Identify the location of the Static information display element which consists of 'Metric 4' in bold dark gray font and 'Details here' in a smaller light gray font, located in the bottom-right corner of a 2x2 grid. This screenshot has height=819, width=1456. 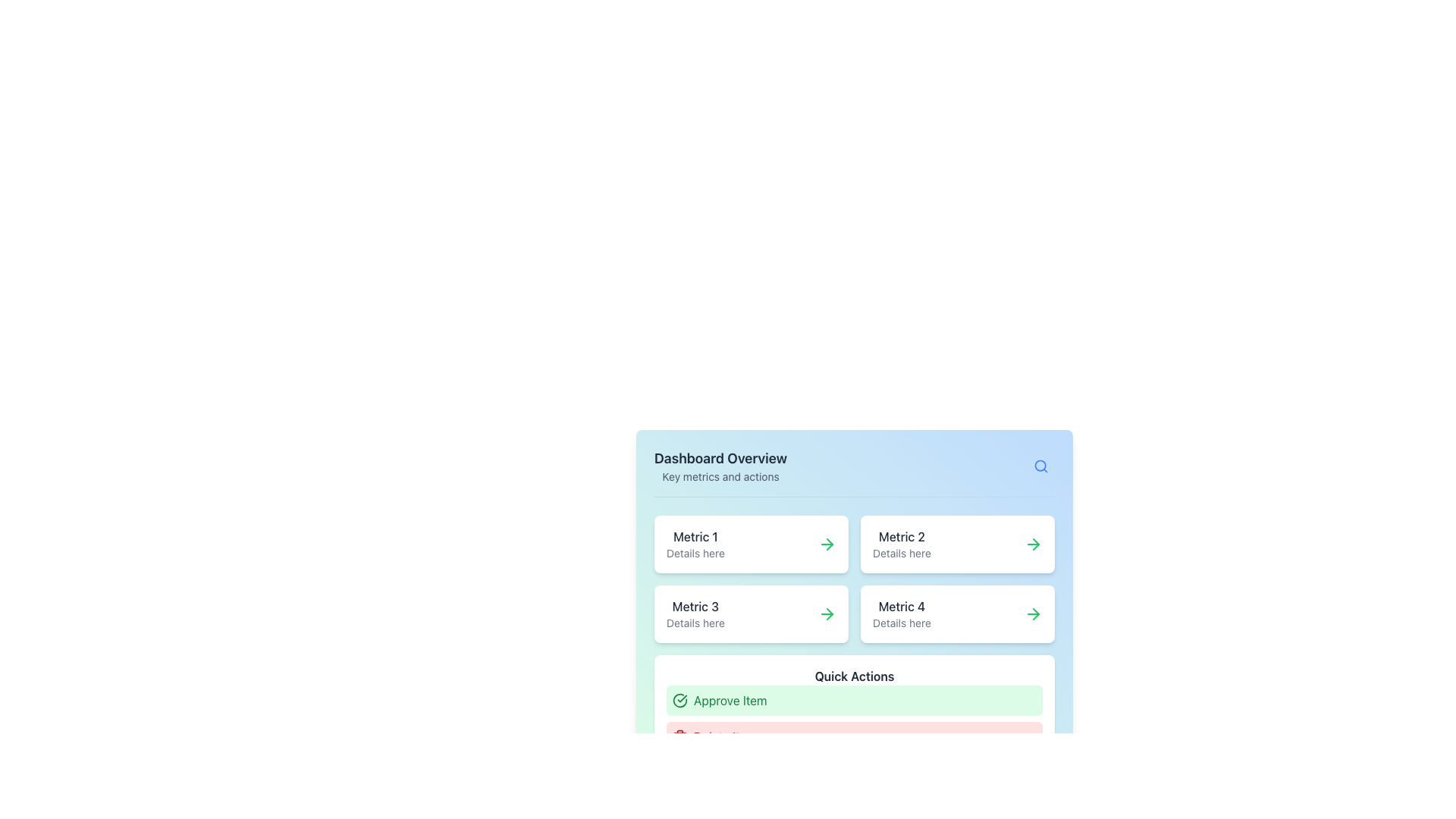
(902, 614).